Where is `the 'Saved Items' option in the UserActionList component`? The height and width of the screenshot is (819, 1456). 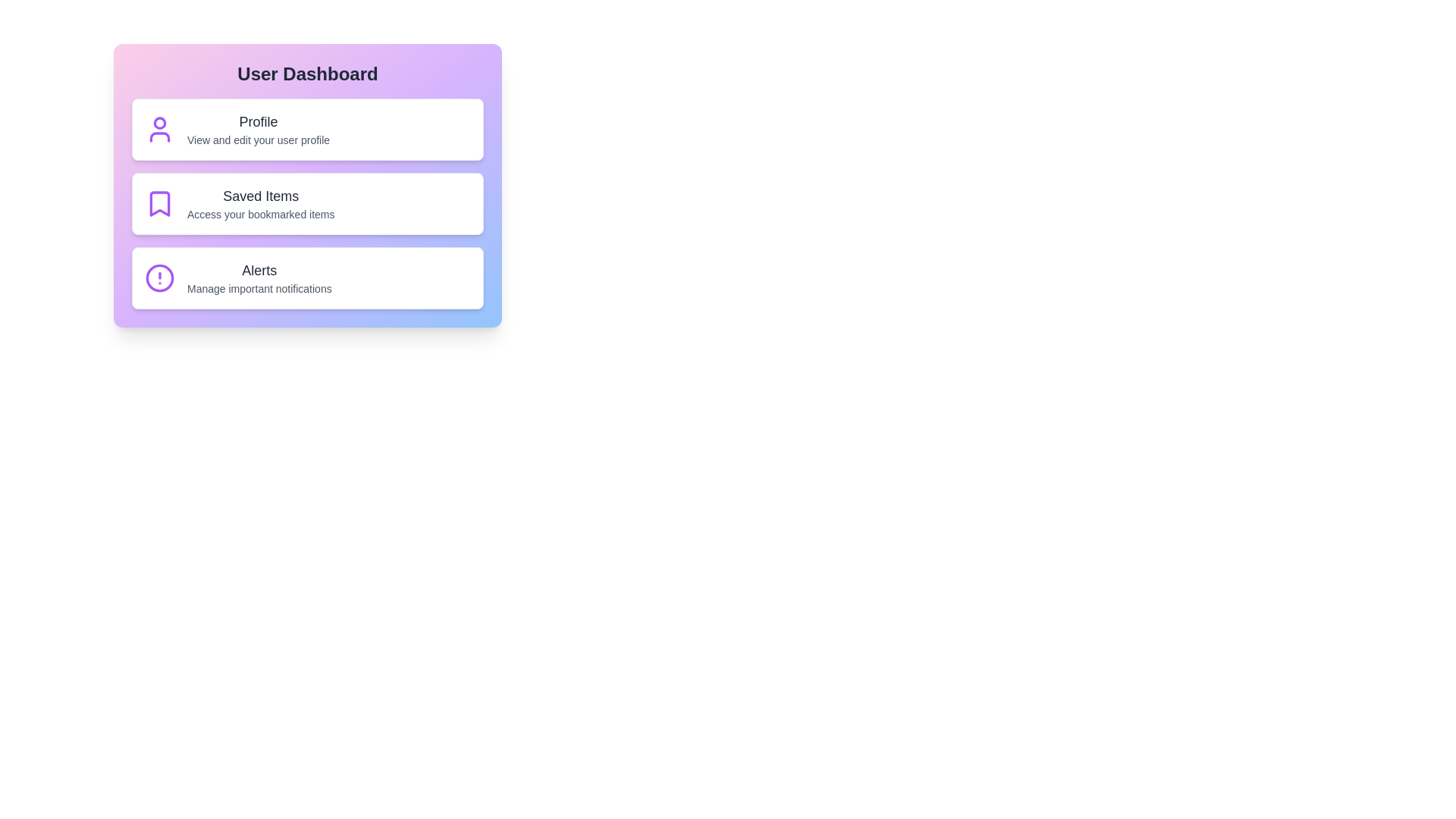
the 'Saved Items' option in the UserActionList component is located at coordinates (307, 203).